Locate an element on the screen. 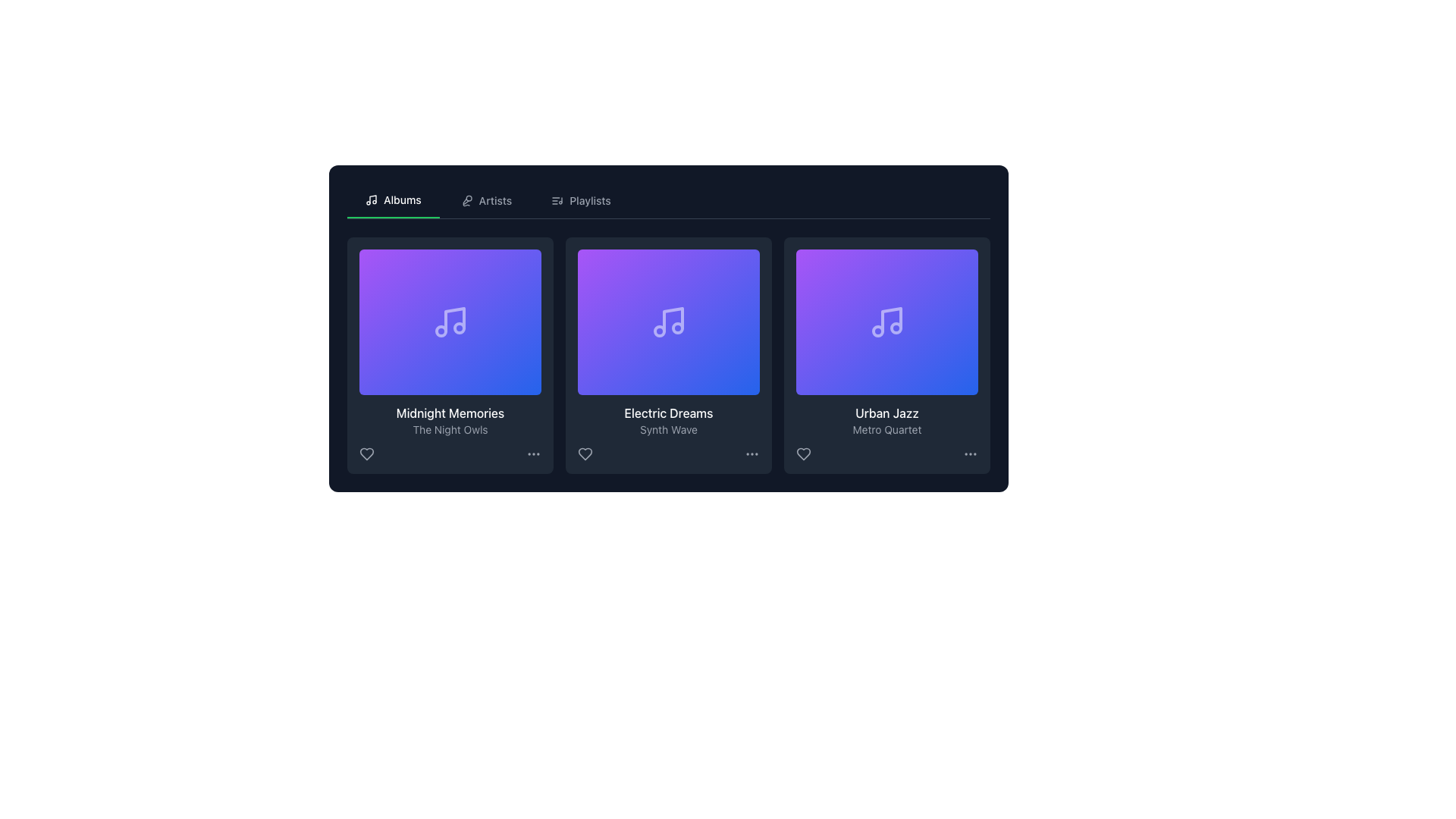  the music note icon, which is the third item in a horizontally-aligned list of cards, centrally located within a gradient background of purple to blue is located at coordinates (887, 321).